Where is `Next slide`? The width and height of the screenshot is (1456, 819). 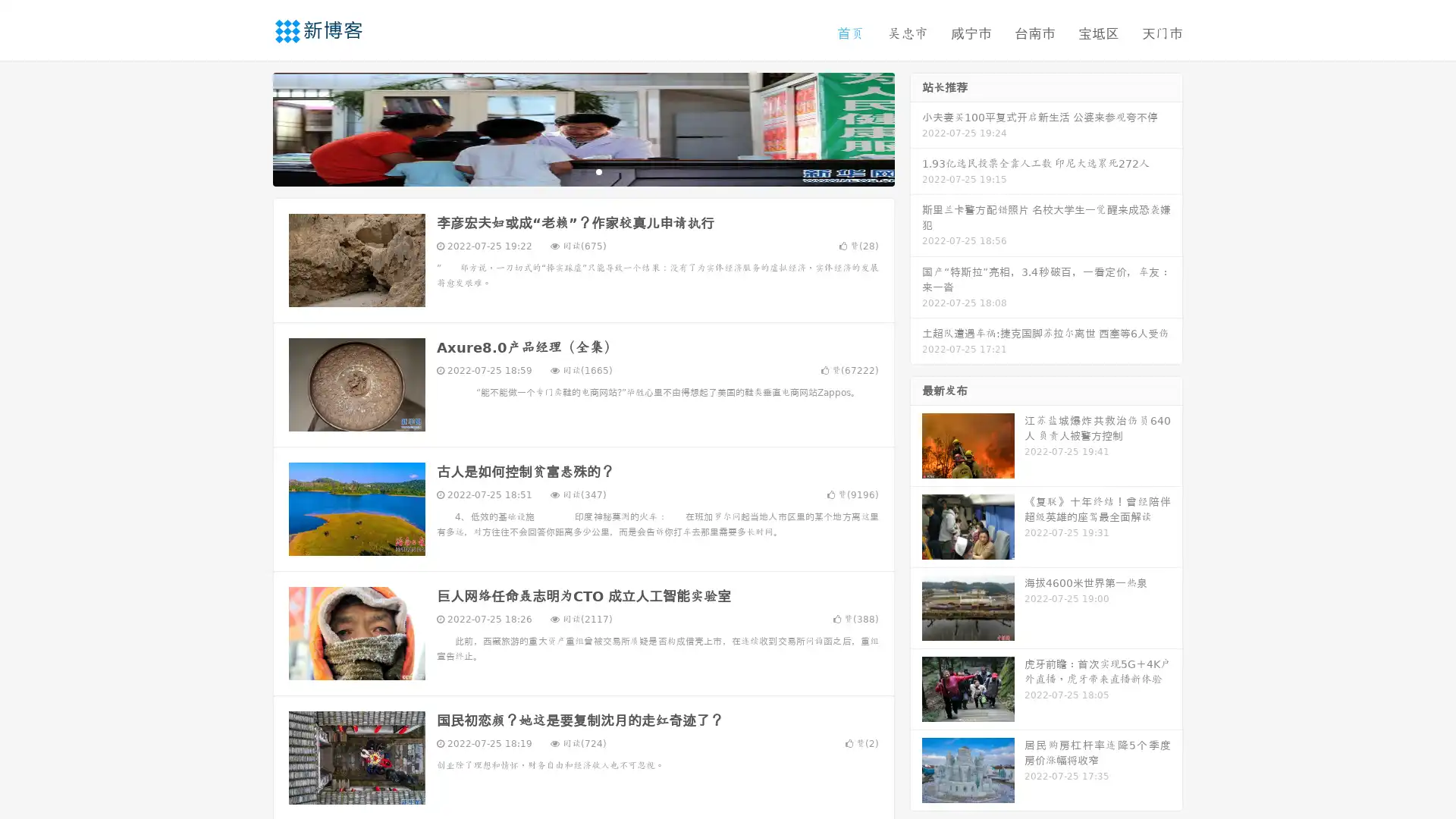
Next slide is located at coordinates (916, 127).